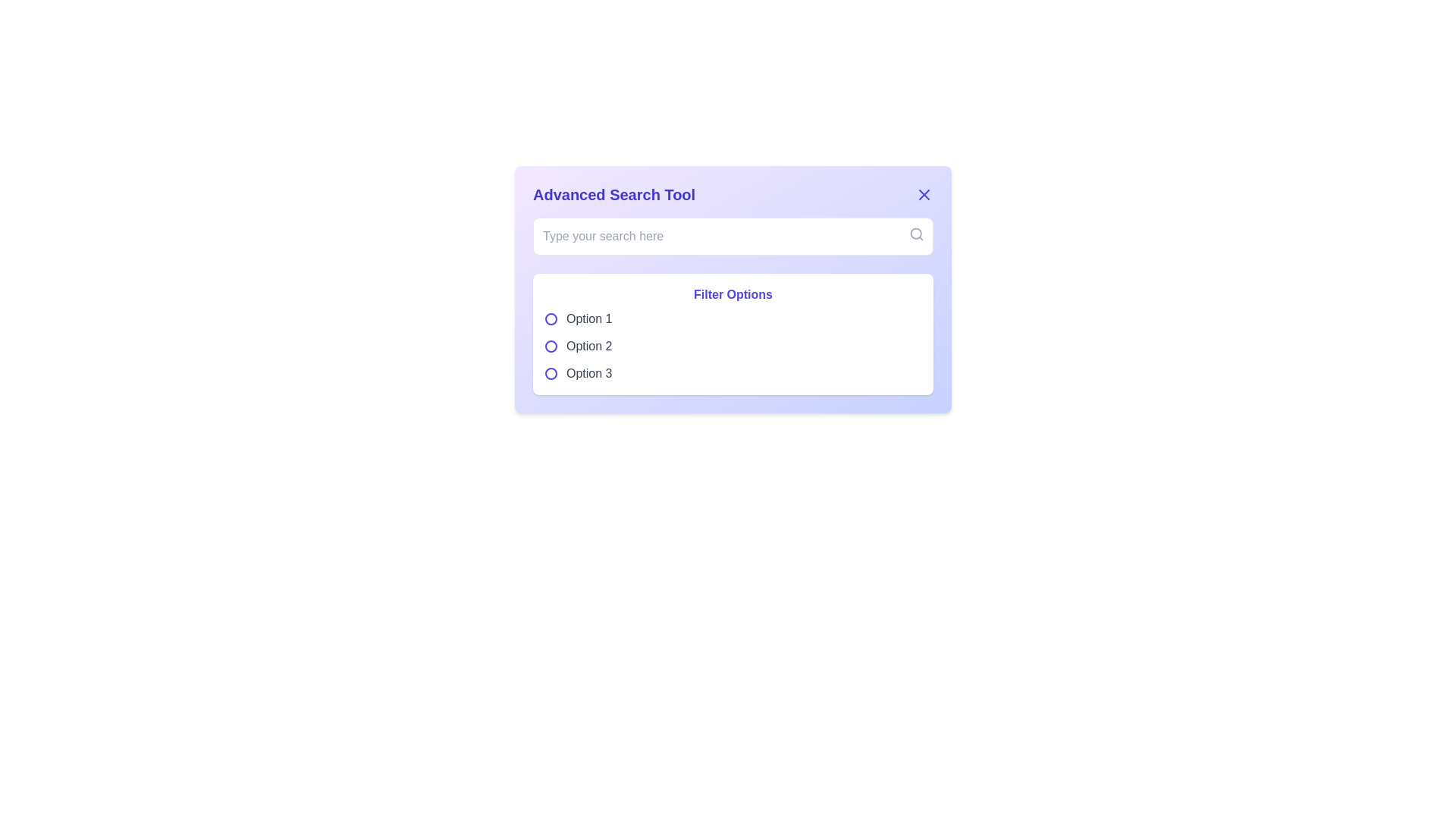 The width and height of the screenshot is (1456, 819). I want to click on the text label reading 'Option 2' that is associated with a radio button under the header 'Filter Options', so click(588, 346).